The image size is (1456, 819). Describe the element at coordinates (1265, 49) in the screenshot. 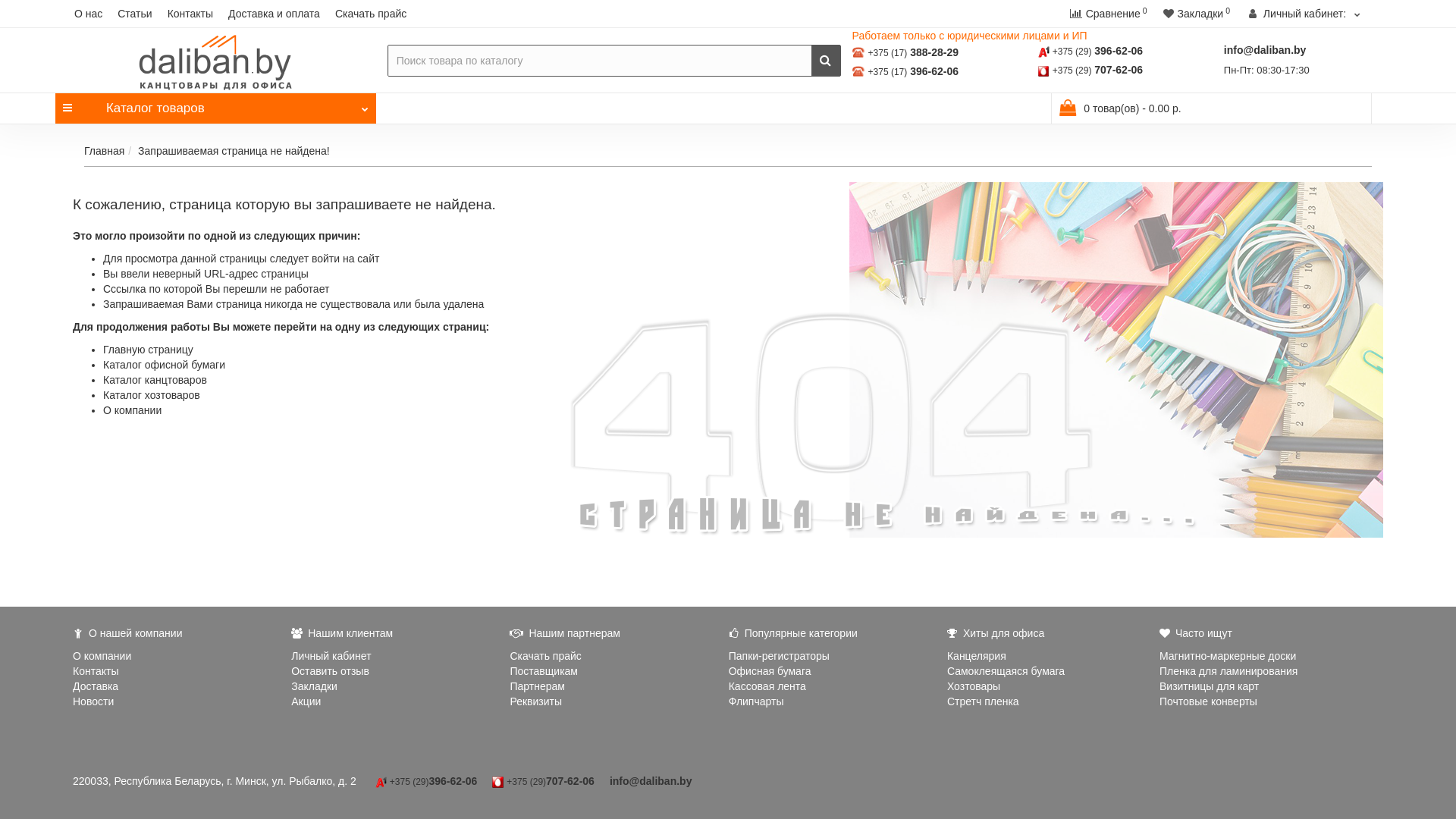

I see `'info@daliban.by'` at that location.